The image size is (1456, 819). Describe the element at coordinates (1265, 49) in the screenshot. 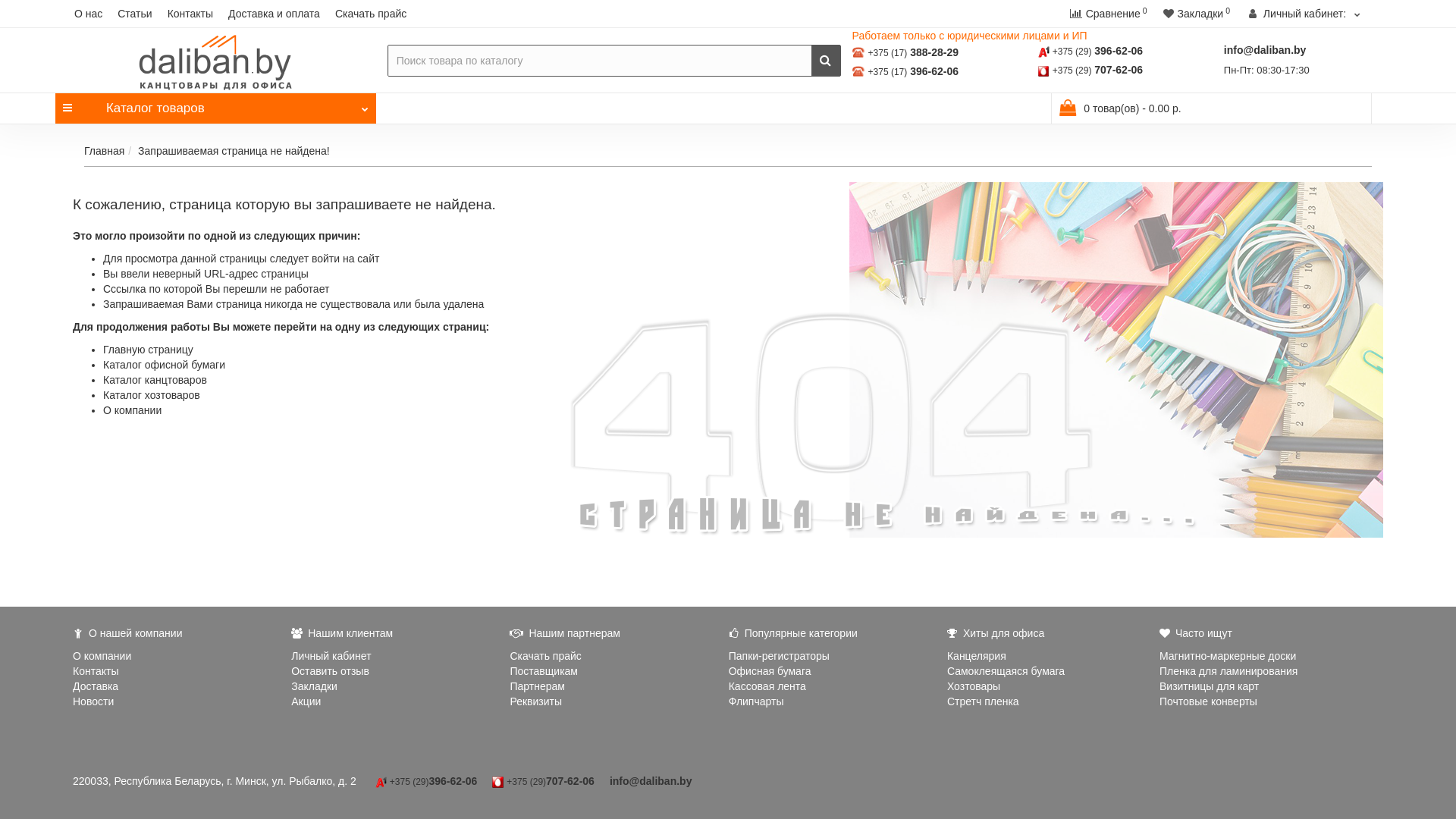

I see `'info@daliban.by'` at that location.